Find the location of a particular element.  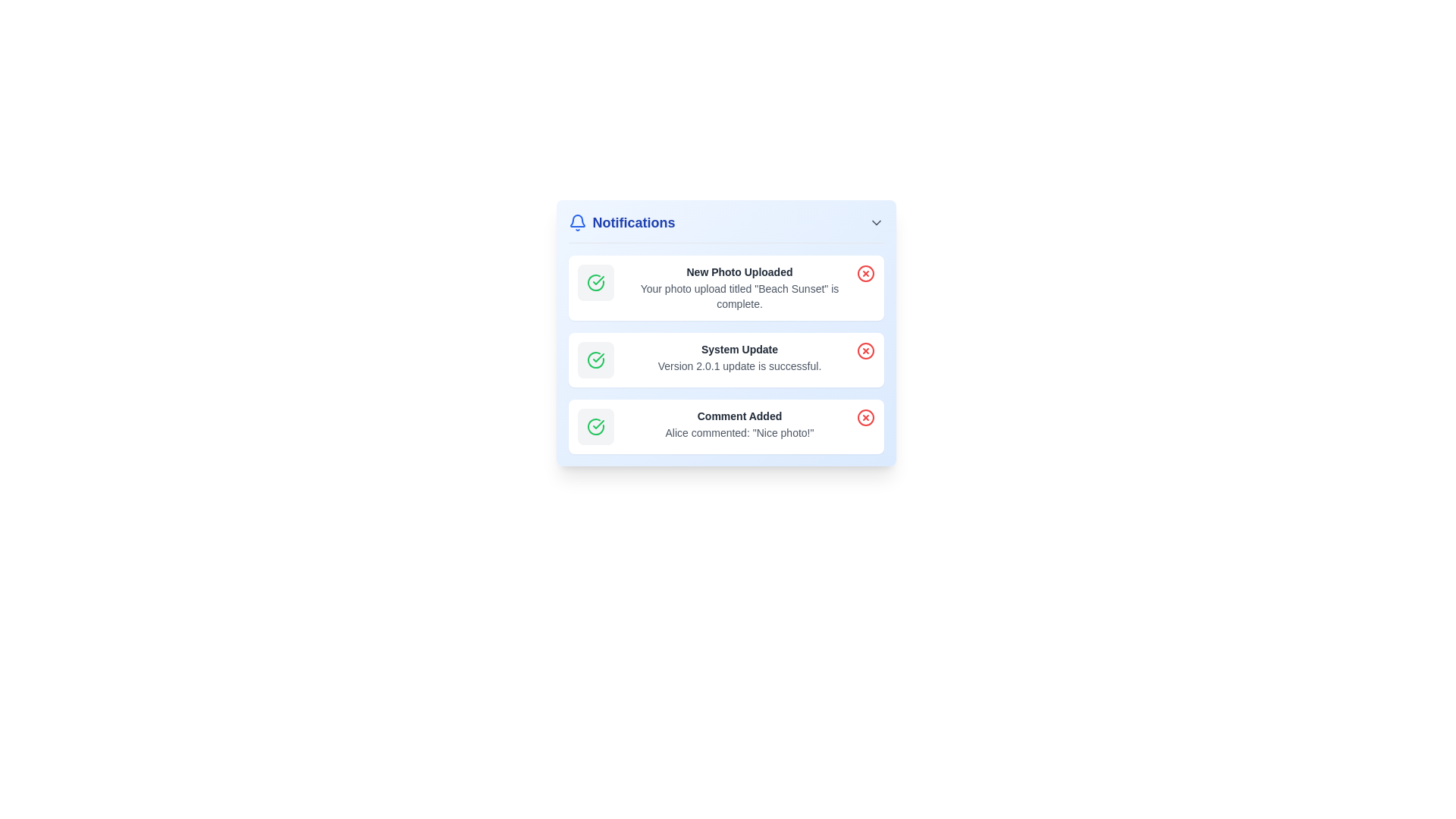

text label displaying 'System Update' which is styled in bold black font and is centered horizontally in the notification panel, located above the text 'Version 2.0.1 update is successful.' is located at coordinates (739, 350).